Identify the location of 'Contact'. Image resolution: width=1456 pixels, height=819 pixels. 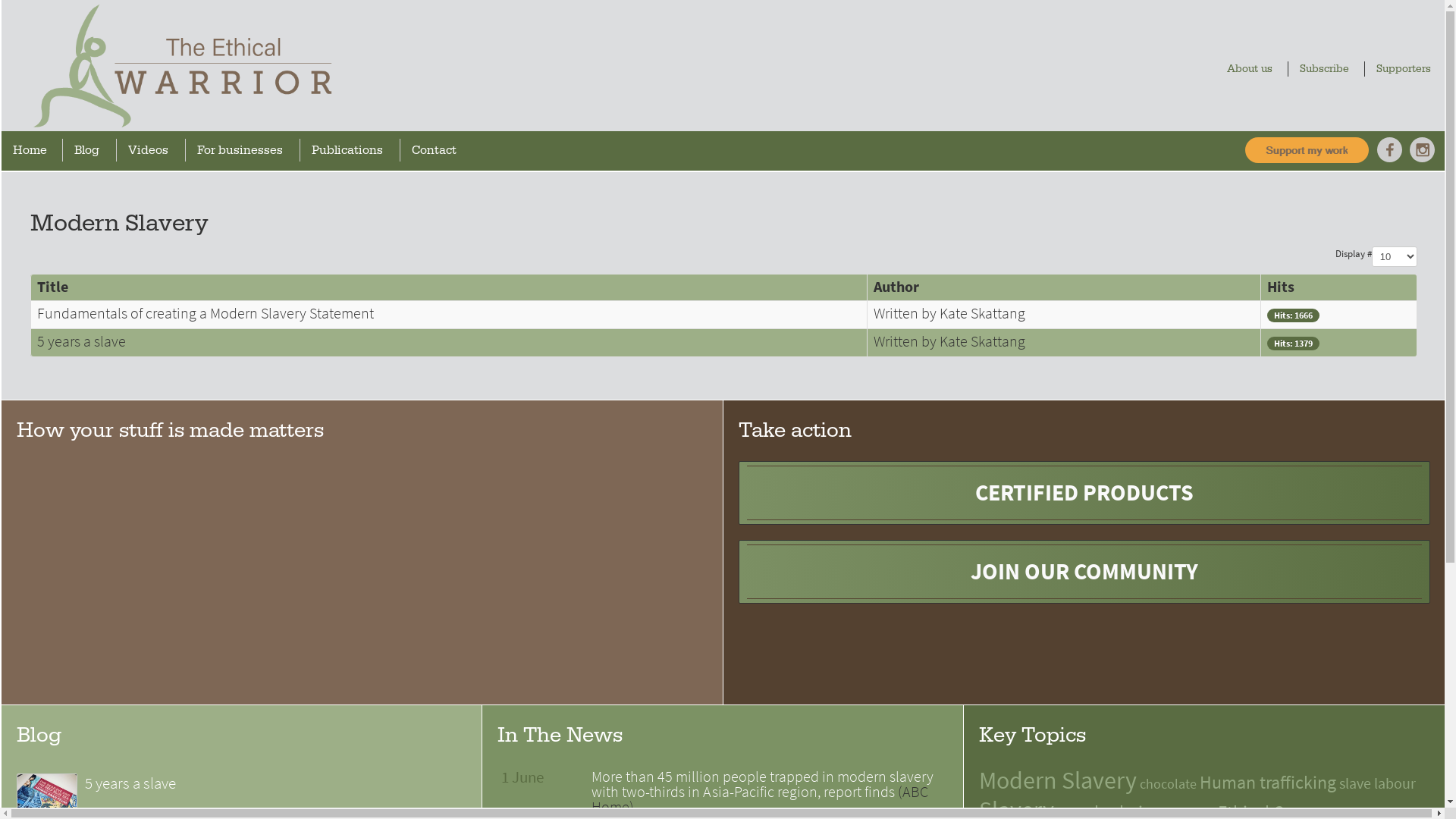
(437, 149).